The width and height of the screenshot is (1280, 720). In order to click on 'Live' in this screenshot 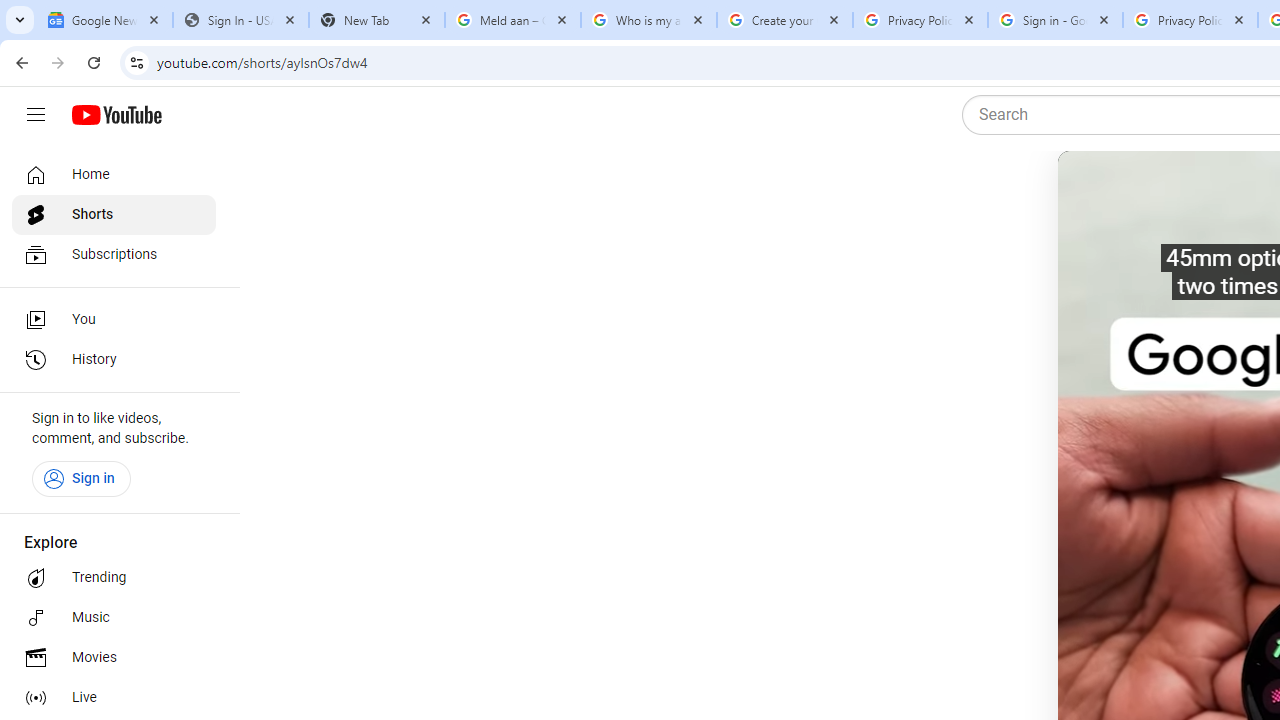, I will do `click(112, 697)`.